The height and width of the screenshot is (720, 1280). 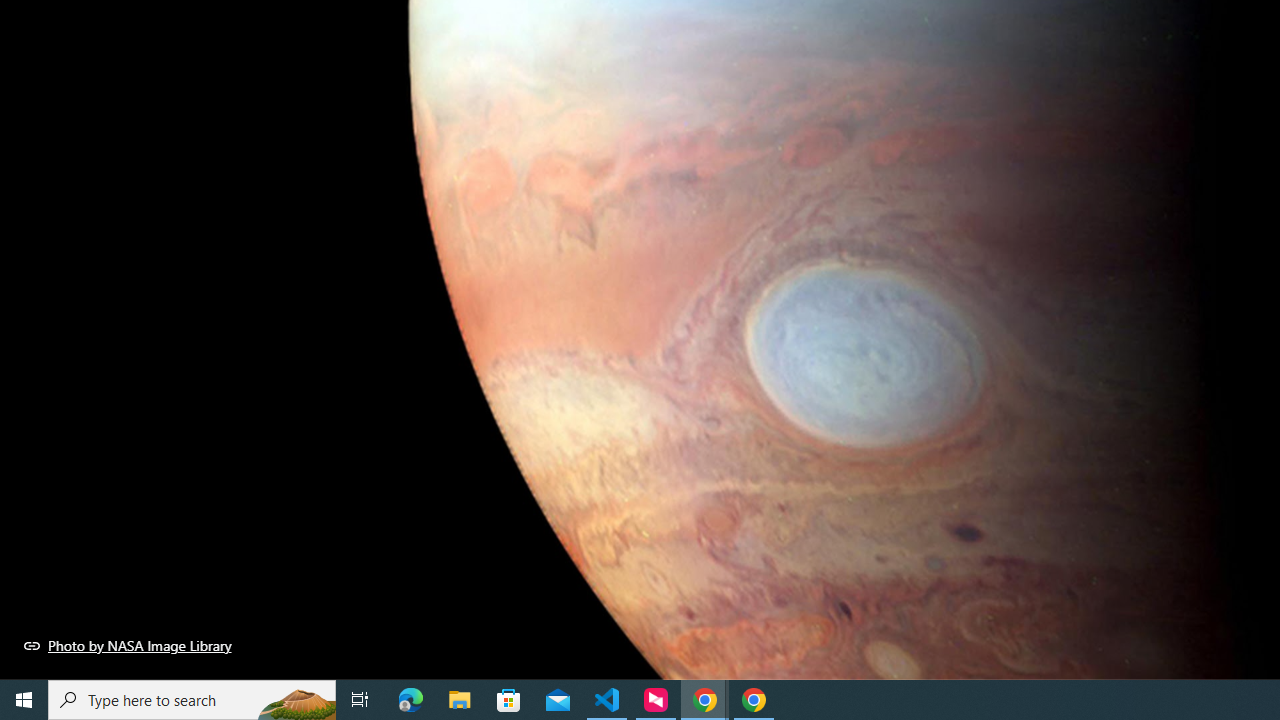 I want to click on 'Photo by NASA Image Library', so click(x=127, y=645).